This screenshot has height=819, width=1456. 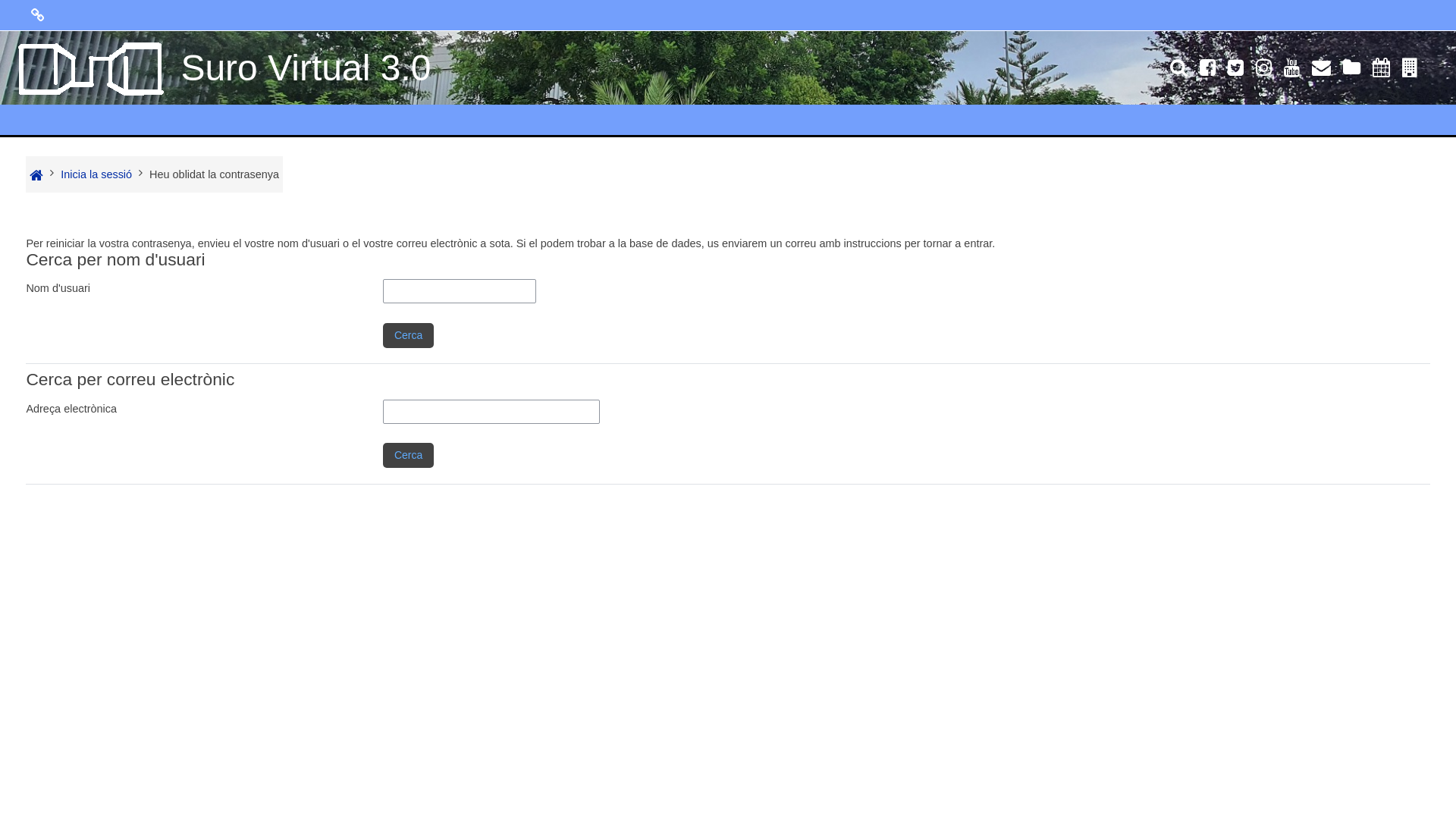 What do you see at coordinates (1235, 70) in the screenshot?
I see `'Twitter del centre'` at bounding box center [1235, 70].